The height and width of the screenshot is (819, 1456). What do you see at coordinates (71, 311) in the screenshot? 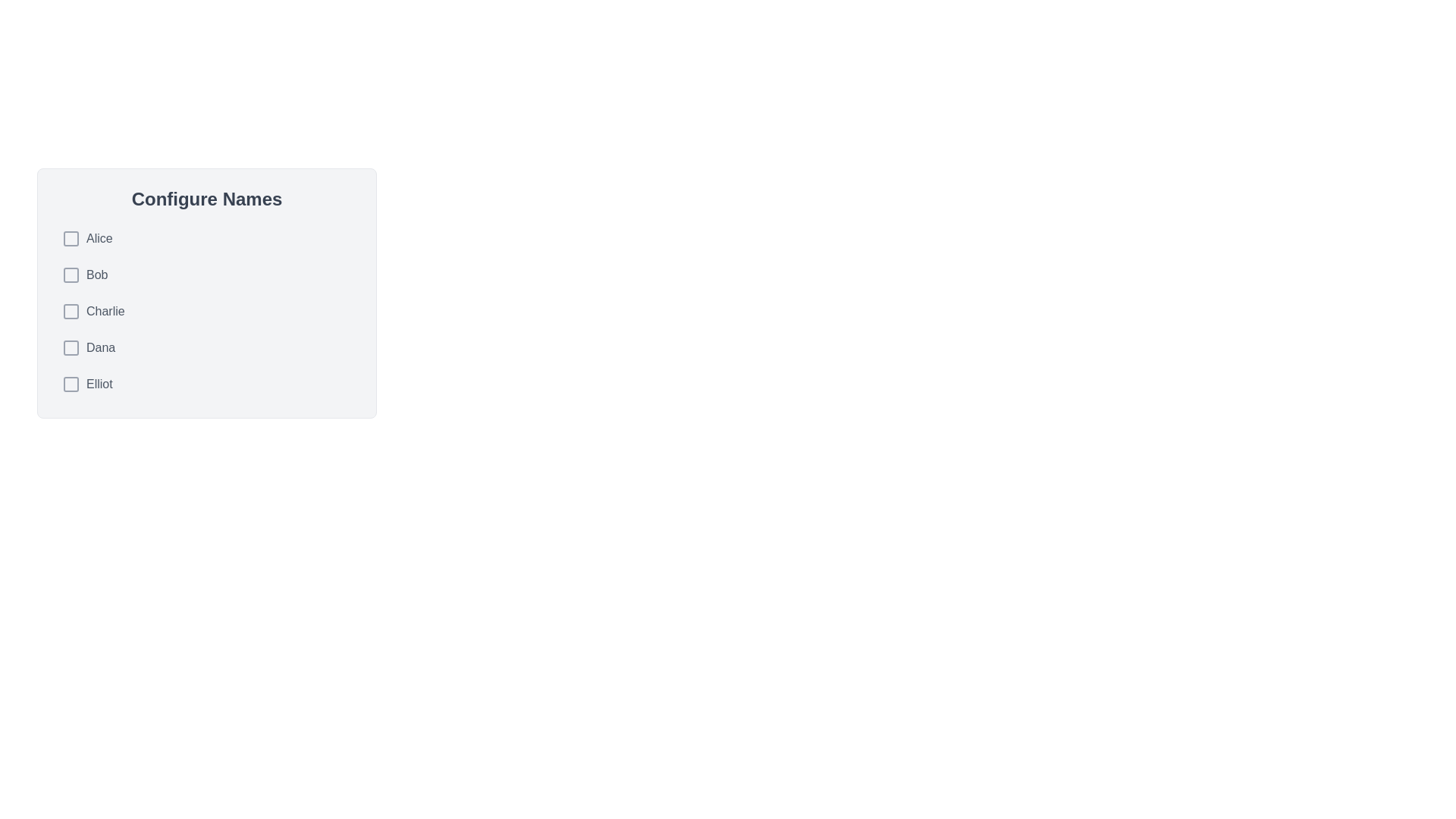
I see `the checkbox labeled 'Charlie', which is the third checkbox under 'Configure Names'` at bounding box center [71, 311].